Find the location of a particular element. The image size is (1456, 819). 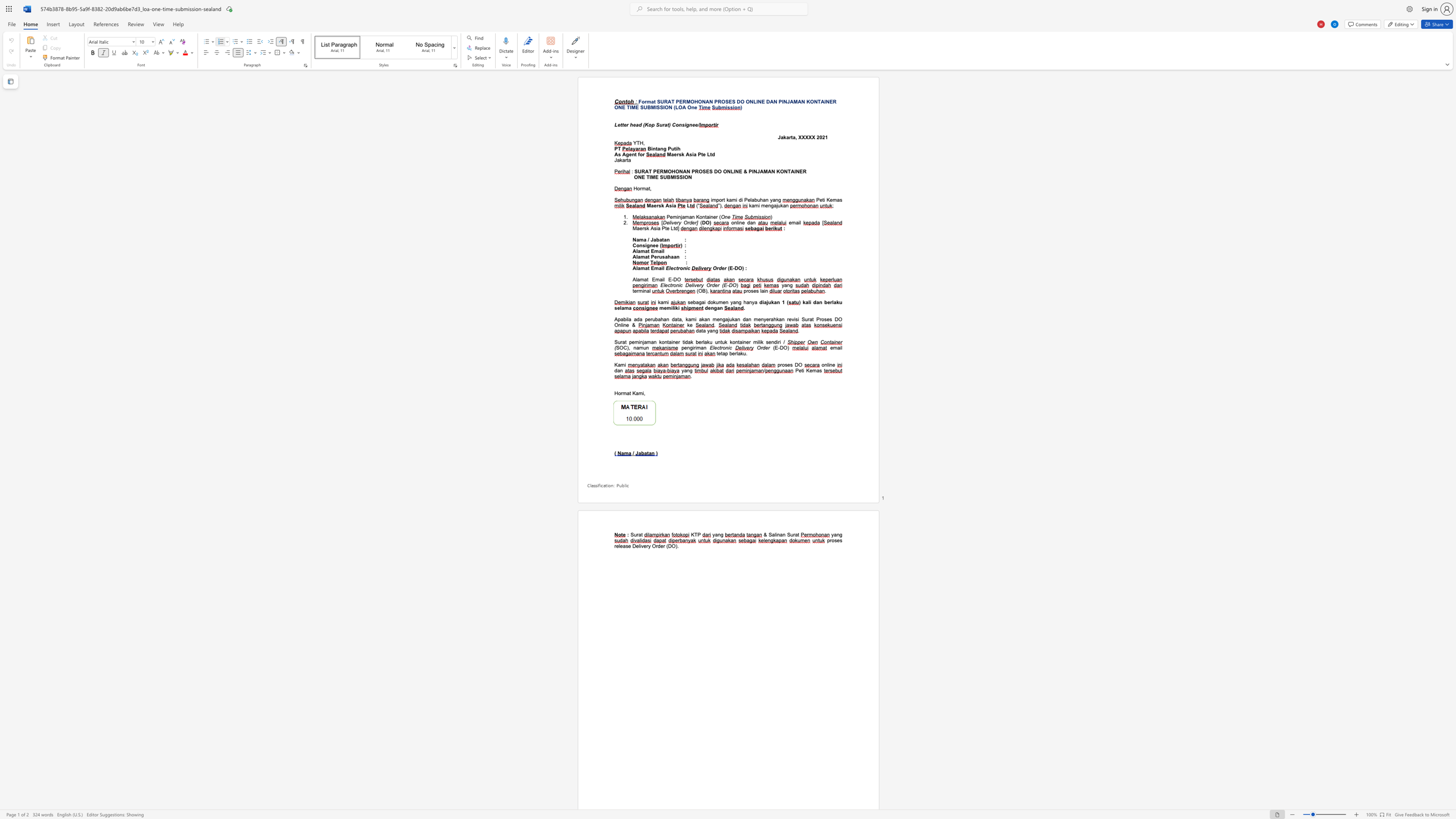

the space between the continuous character "o" and "n" in the text is located at coordinates (701, 216).